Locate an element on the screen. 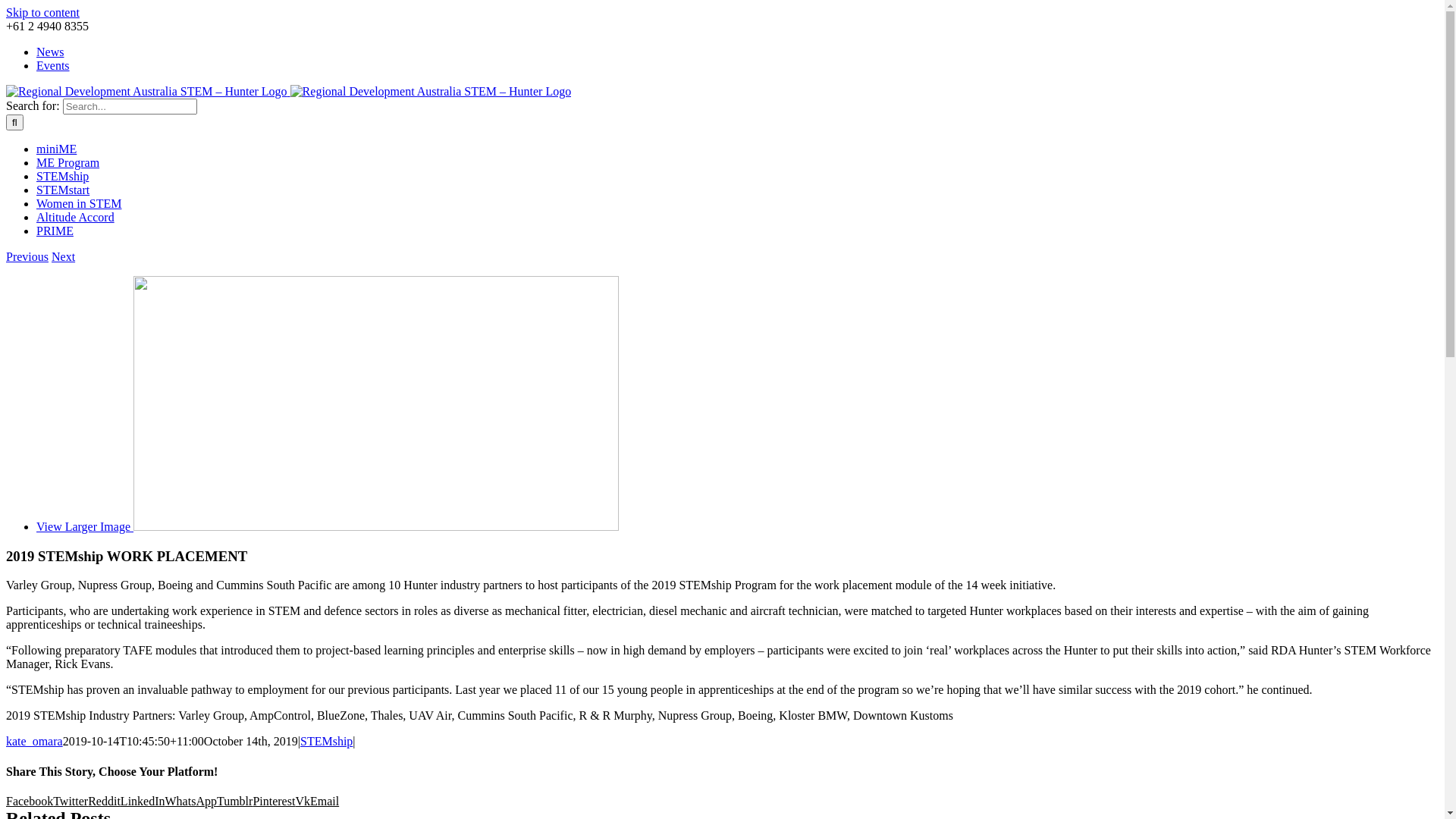  'Twitter' is located at coordinates (69, 800).